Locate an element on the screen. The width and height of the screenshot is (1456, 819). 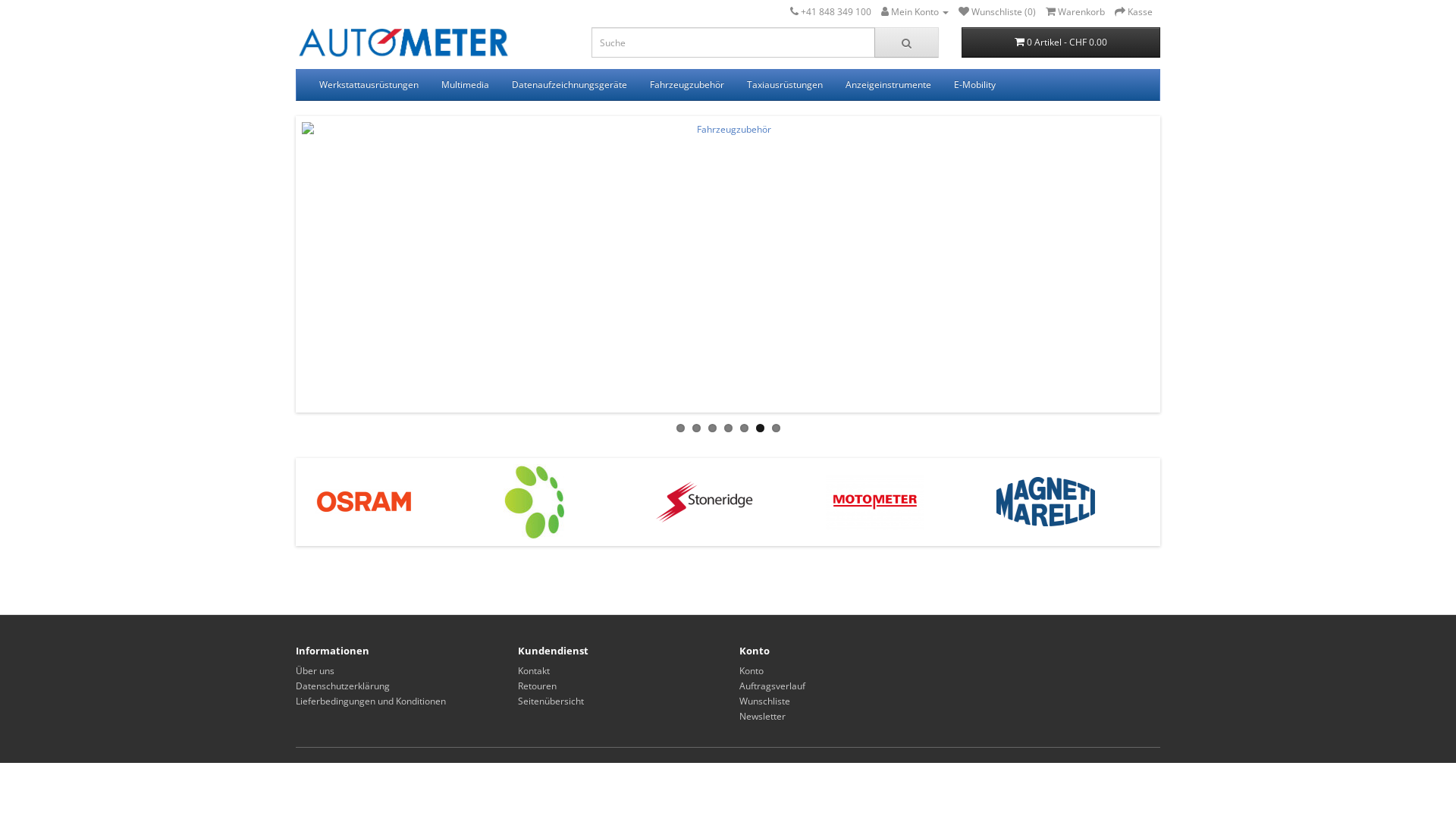
'AUTO METER AG ' is located at coordinates (403, 43).